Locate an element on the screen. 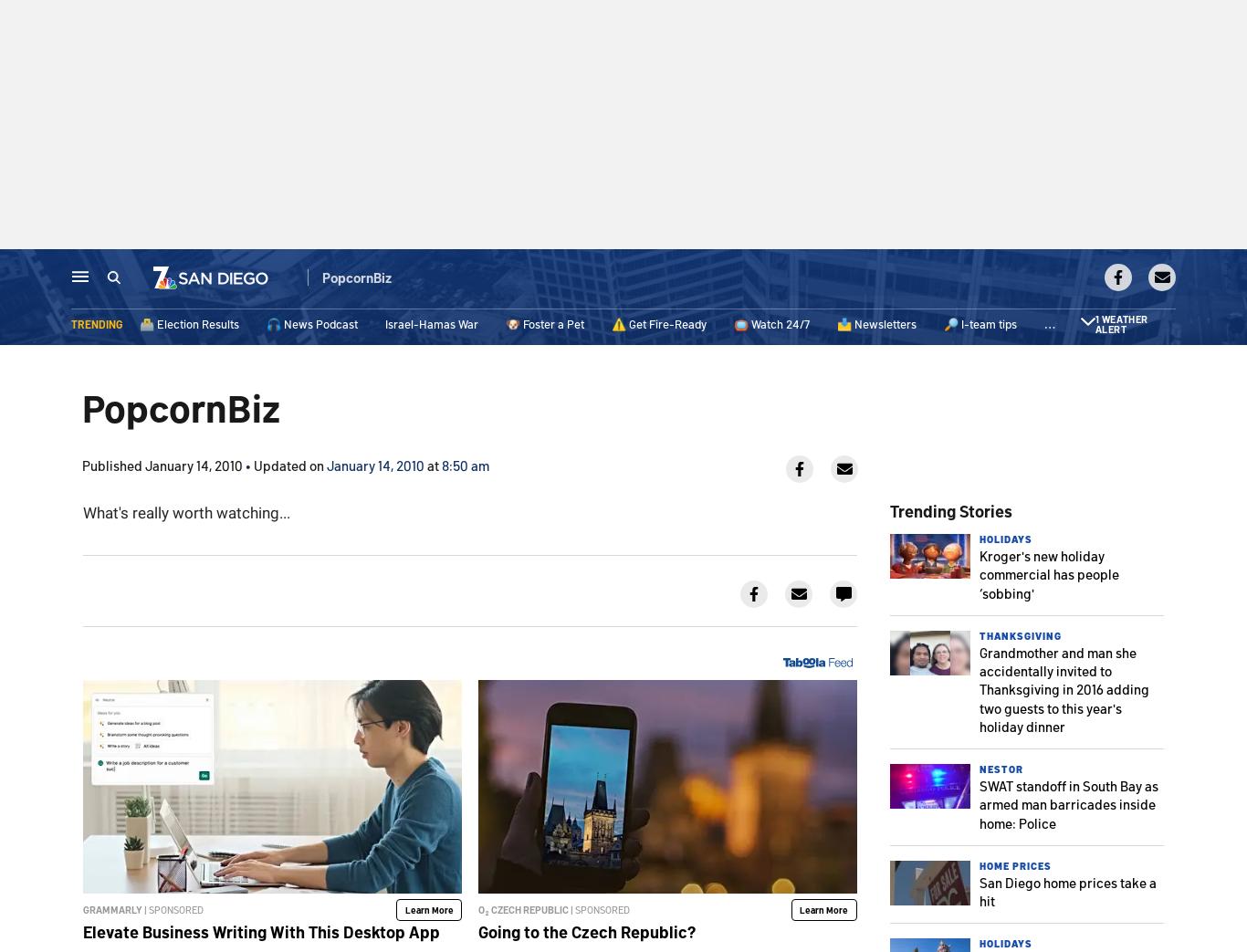  '☀️ In Your Neighborhood' is located at coordinates (1108, 325).